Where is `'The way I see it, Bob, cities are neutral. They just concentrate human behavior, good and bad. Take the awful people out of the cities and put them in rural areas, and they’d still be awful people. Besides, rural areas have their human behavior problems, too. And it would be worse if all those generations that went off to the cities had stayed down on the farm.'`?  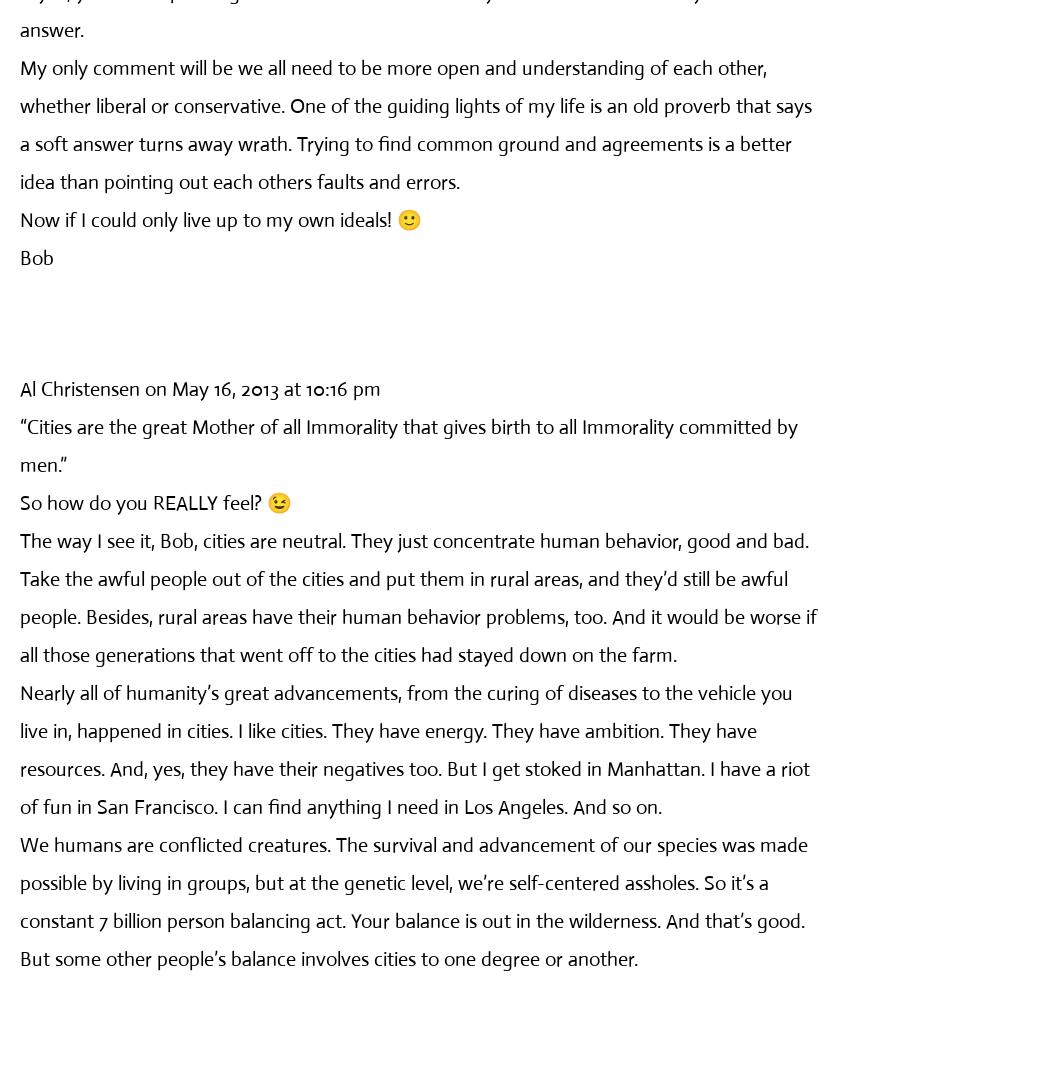 'The way I see it, Bob, cities are neutral. They just concentrate human behavior, good and bad. Take the awful people out of the cities and put them in rural areas, and they’d still be awful people. Besides, rural areas have their human behavior problems, too. And it would be worse if all those generations that went off to the cities had stayed down on the farm.' is located at coordinates (417, 597).